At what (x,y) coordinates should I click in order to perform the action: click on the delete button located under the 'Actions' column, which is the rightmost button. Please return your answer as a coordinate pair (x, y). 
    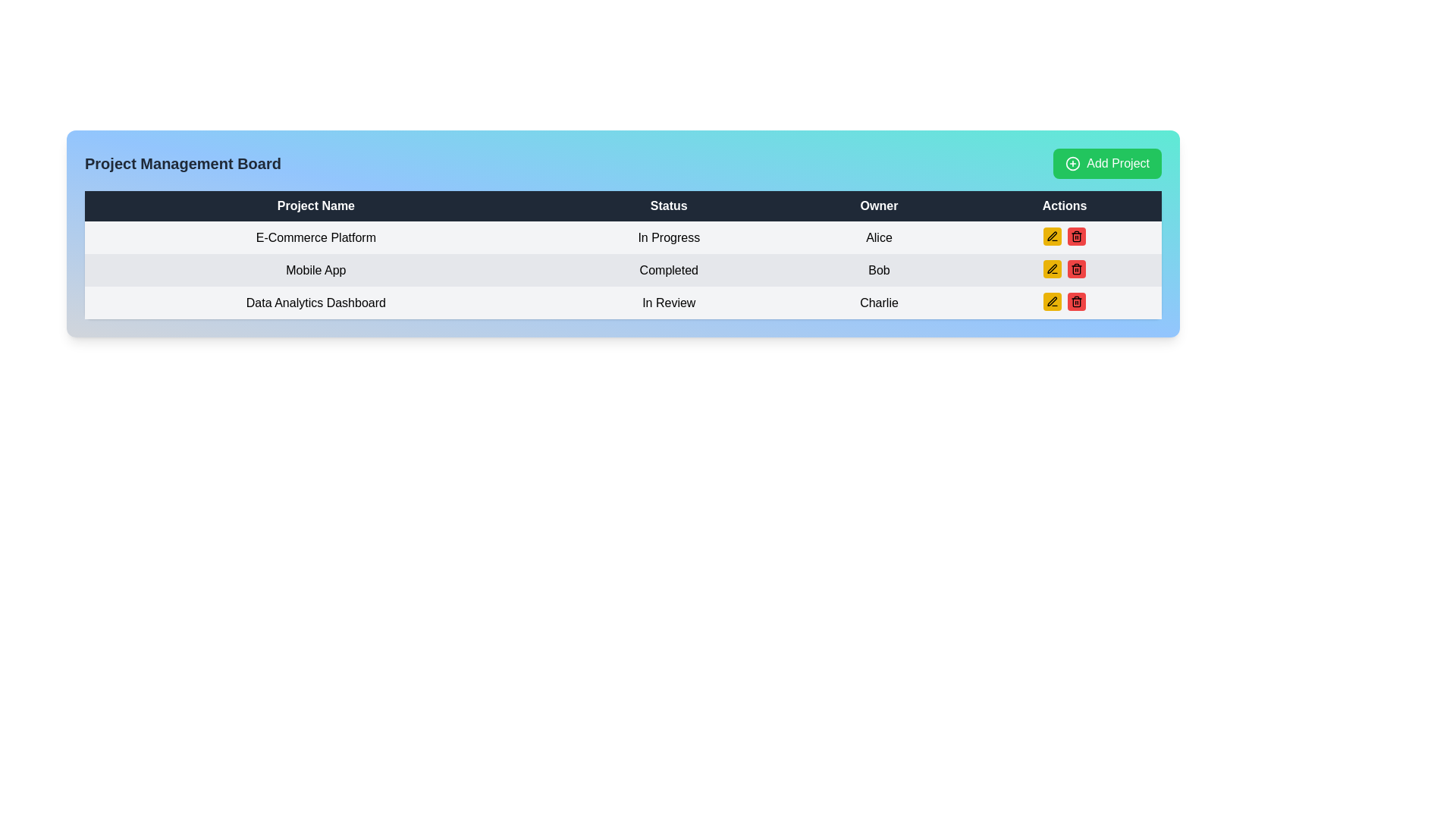
    Looking at the image, I should click on (1076, 301).